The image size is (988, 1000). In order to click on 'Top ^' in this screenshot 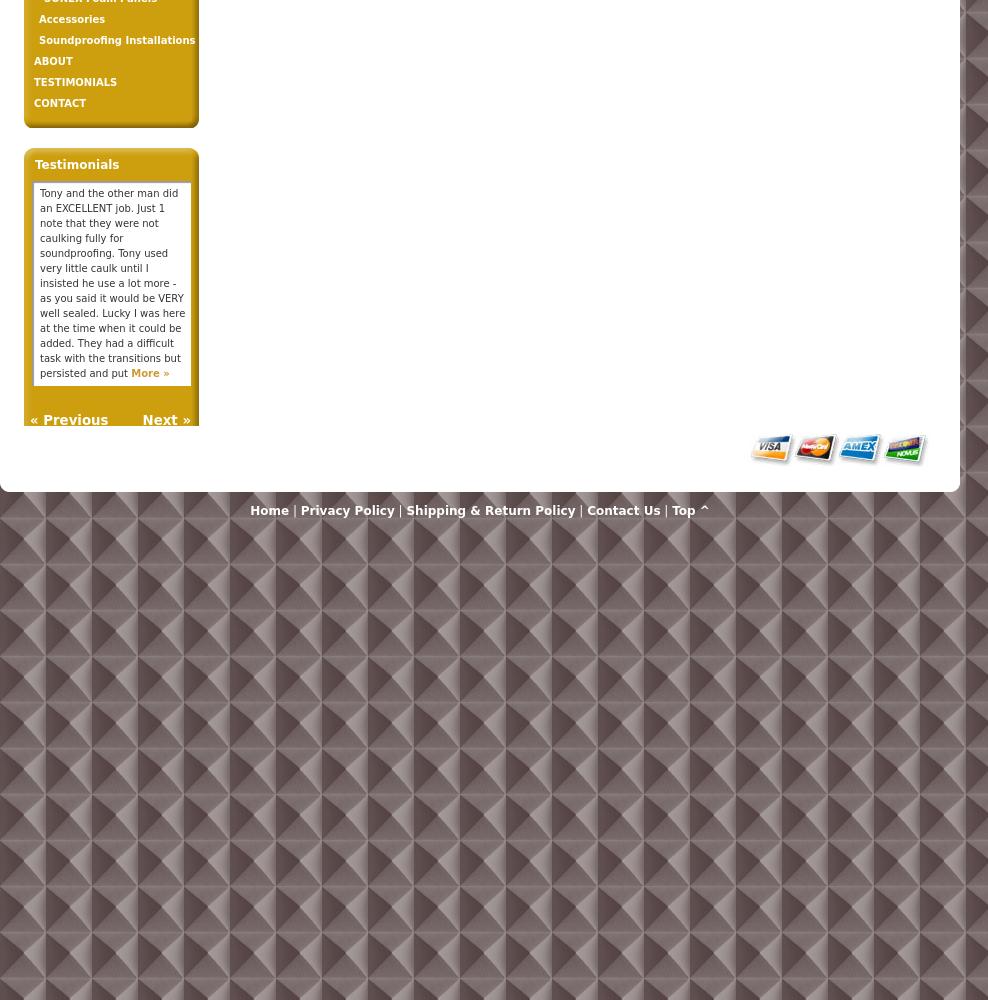, I will do `click(690, 511)`.